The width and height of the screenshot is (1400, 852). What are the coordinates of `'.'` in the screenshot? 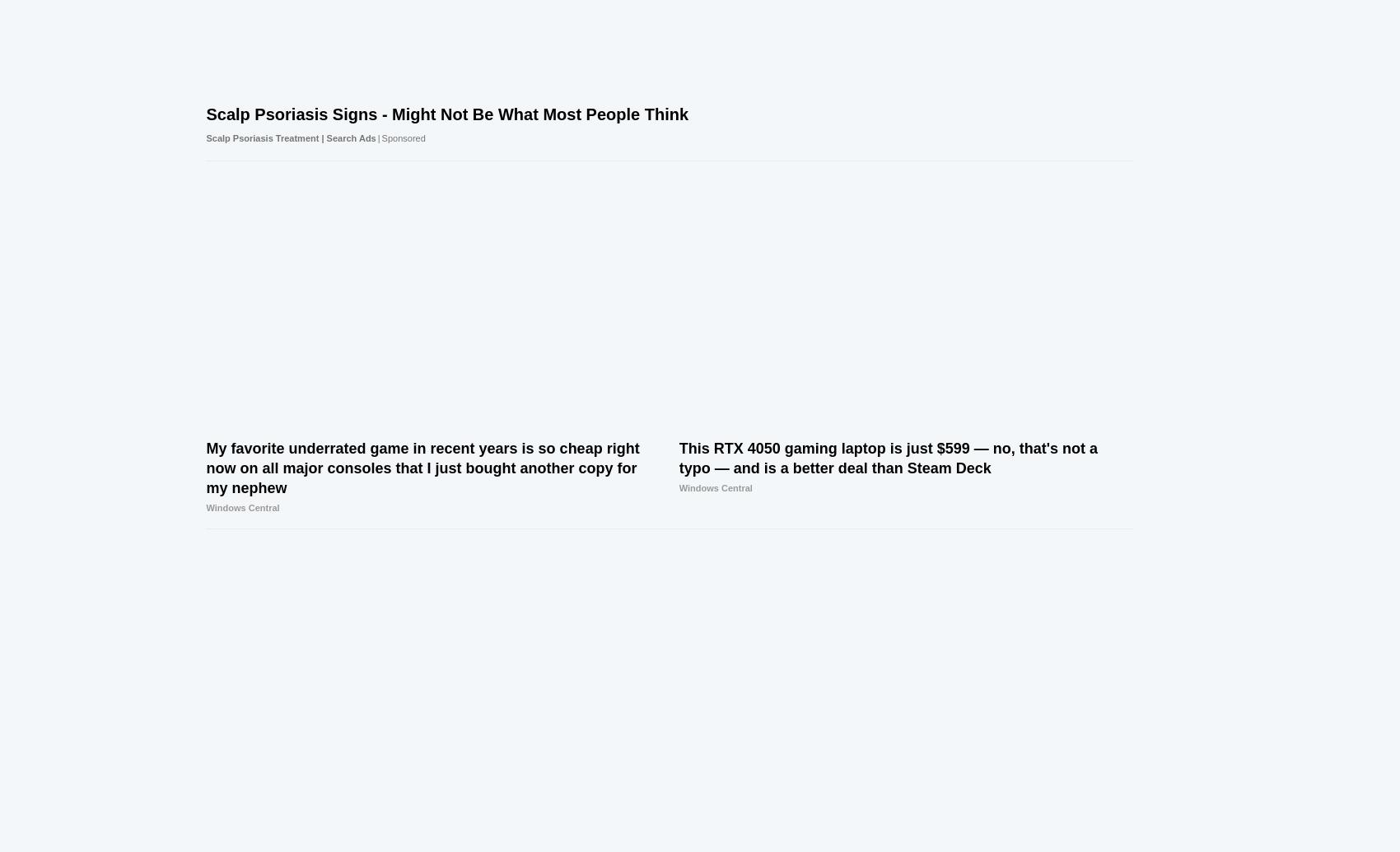 It's located at (856, 715).